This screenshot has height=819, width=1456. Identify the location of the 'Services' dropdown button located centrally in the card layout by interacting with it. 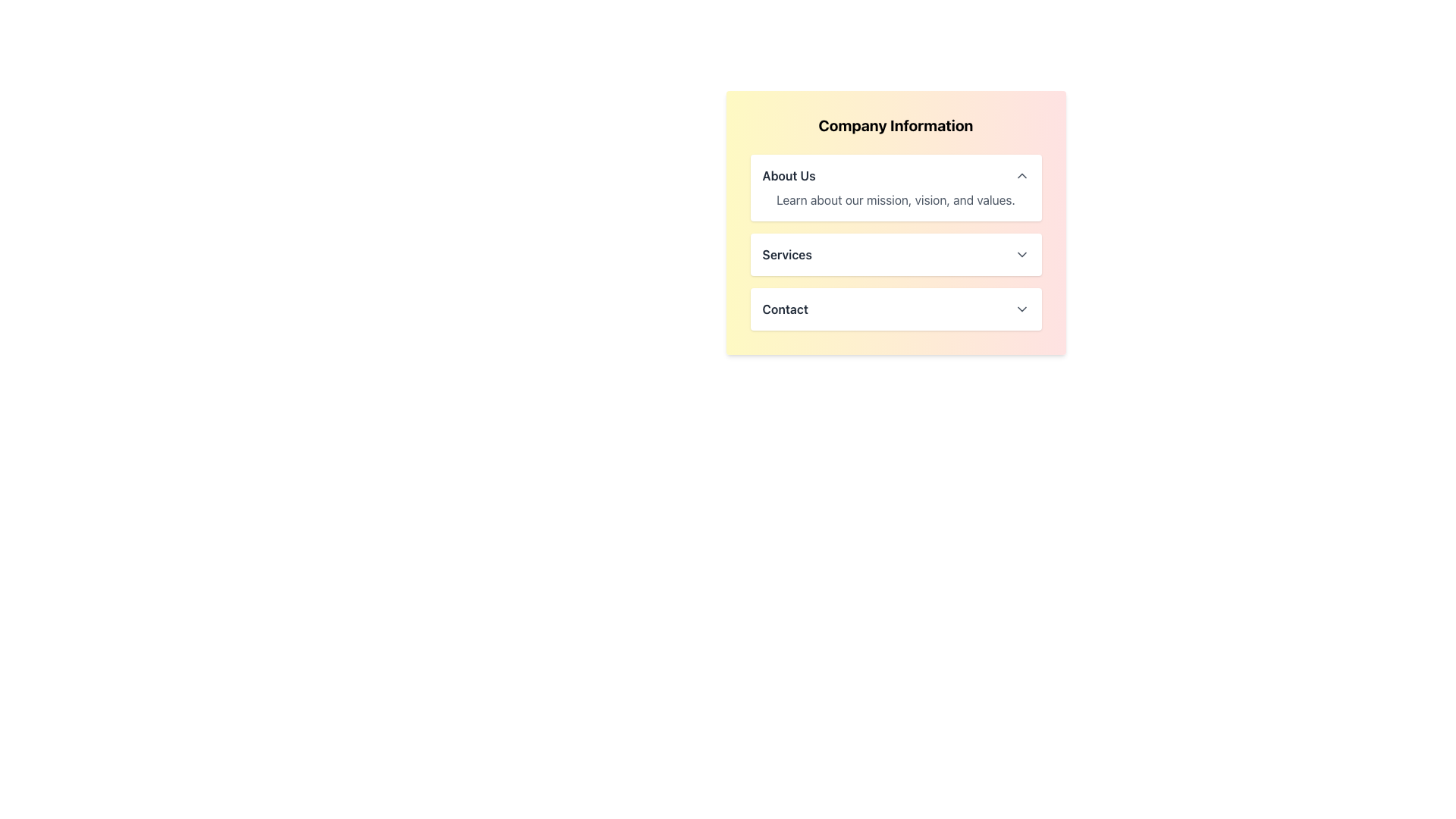
(896, 253).